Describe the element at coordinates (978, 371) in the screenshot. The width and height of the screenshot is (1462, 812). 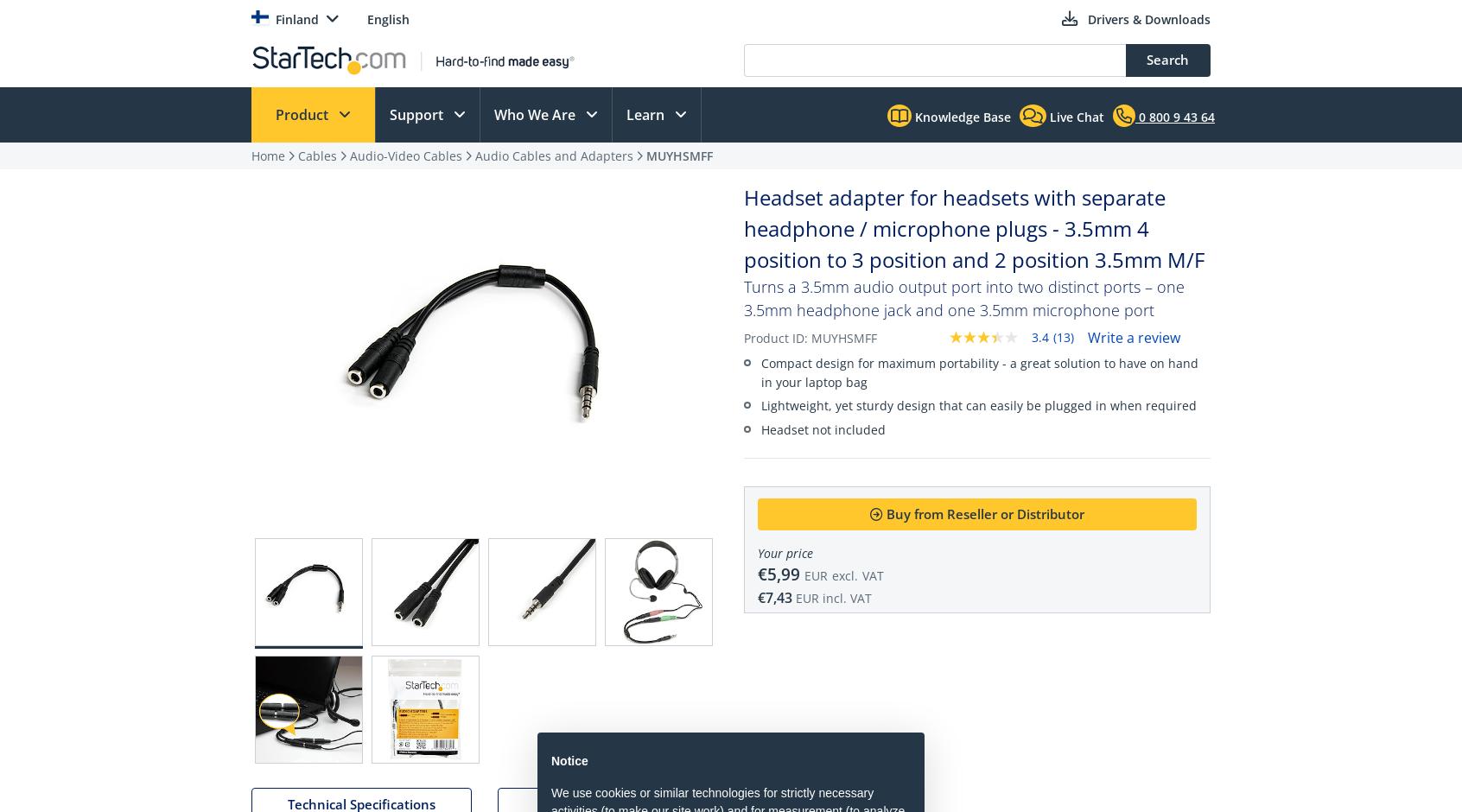
I see `'Compact design for maximum portability - a great solution to have on hand in your laptop bag'` at that location.